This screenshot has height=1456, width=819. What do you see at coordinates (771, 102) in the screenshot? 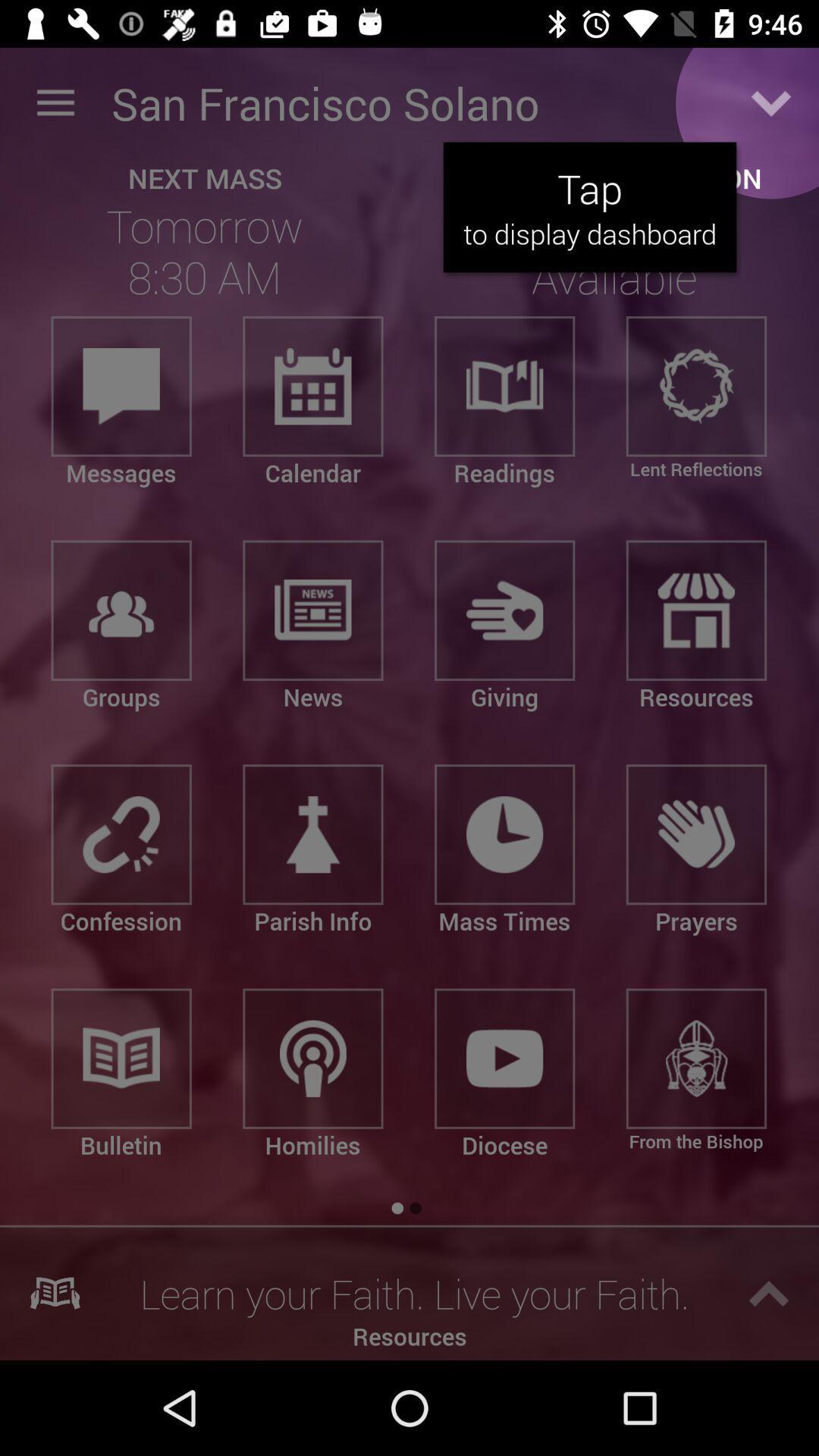
I see `show less options` at bounding box center [771, 102].